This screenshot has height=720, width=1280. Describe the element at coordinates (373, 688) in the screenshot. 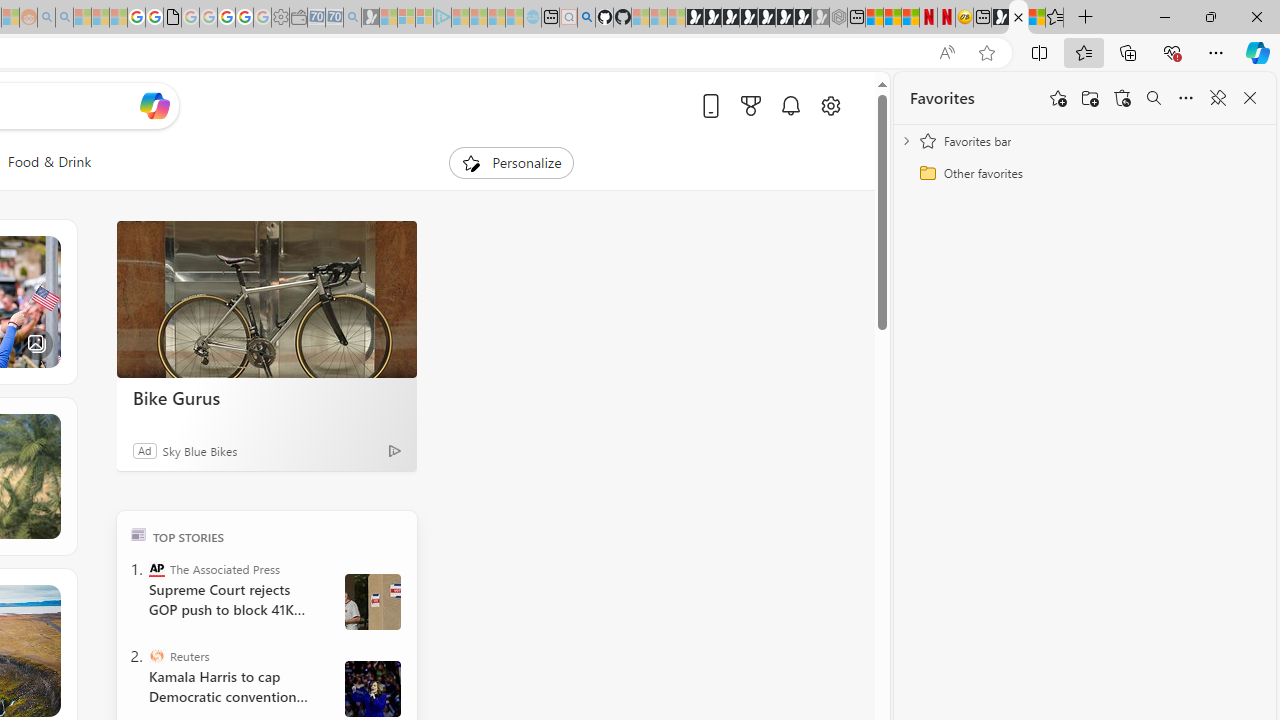

I see `' Harris and Walz campaign in Wisconsin'` at that location.